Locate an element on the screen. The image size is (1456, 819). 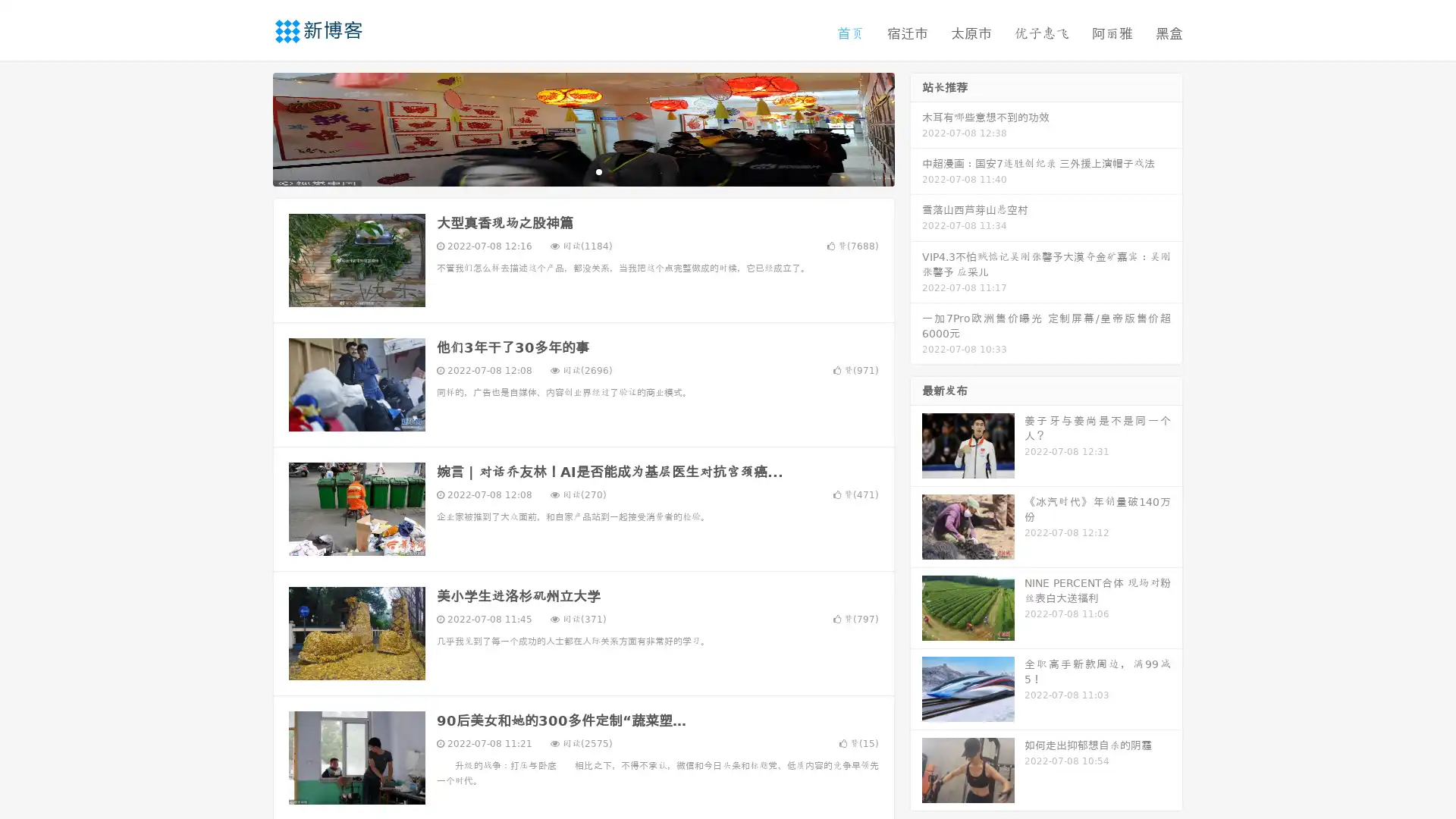
Previous slide is located at coordinates (250, 127).